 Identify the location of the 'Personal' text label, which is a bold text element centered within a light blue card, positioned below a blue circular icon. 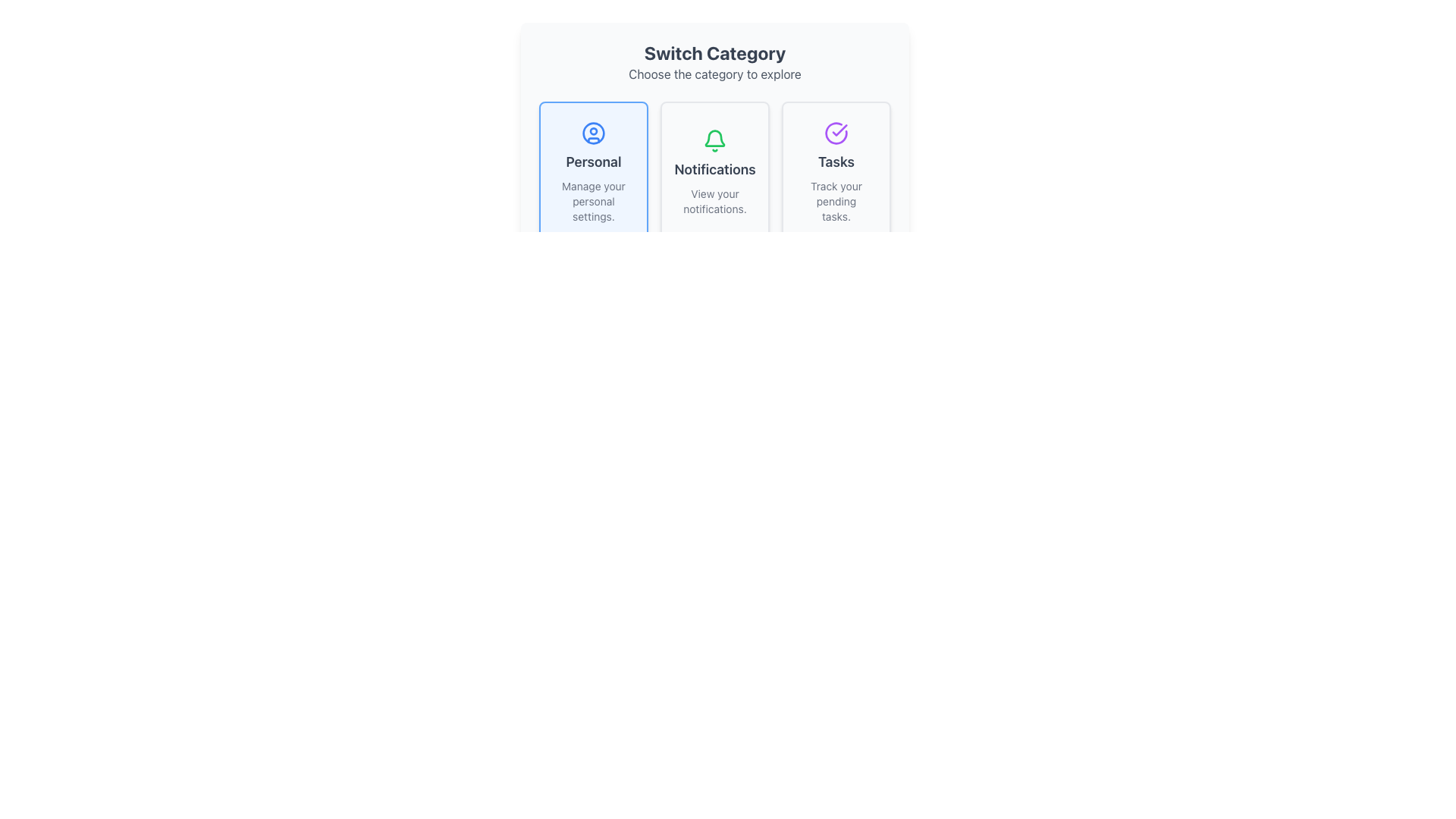
(592, 162).